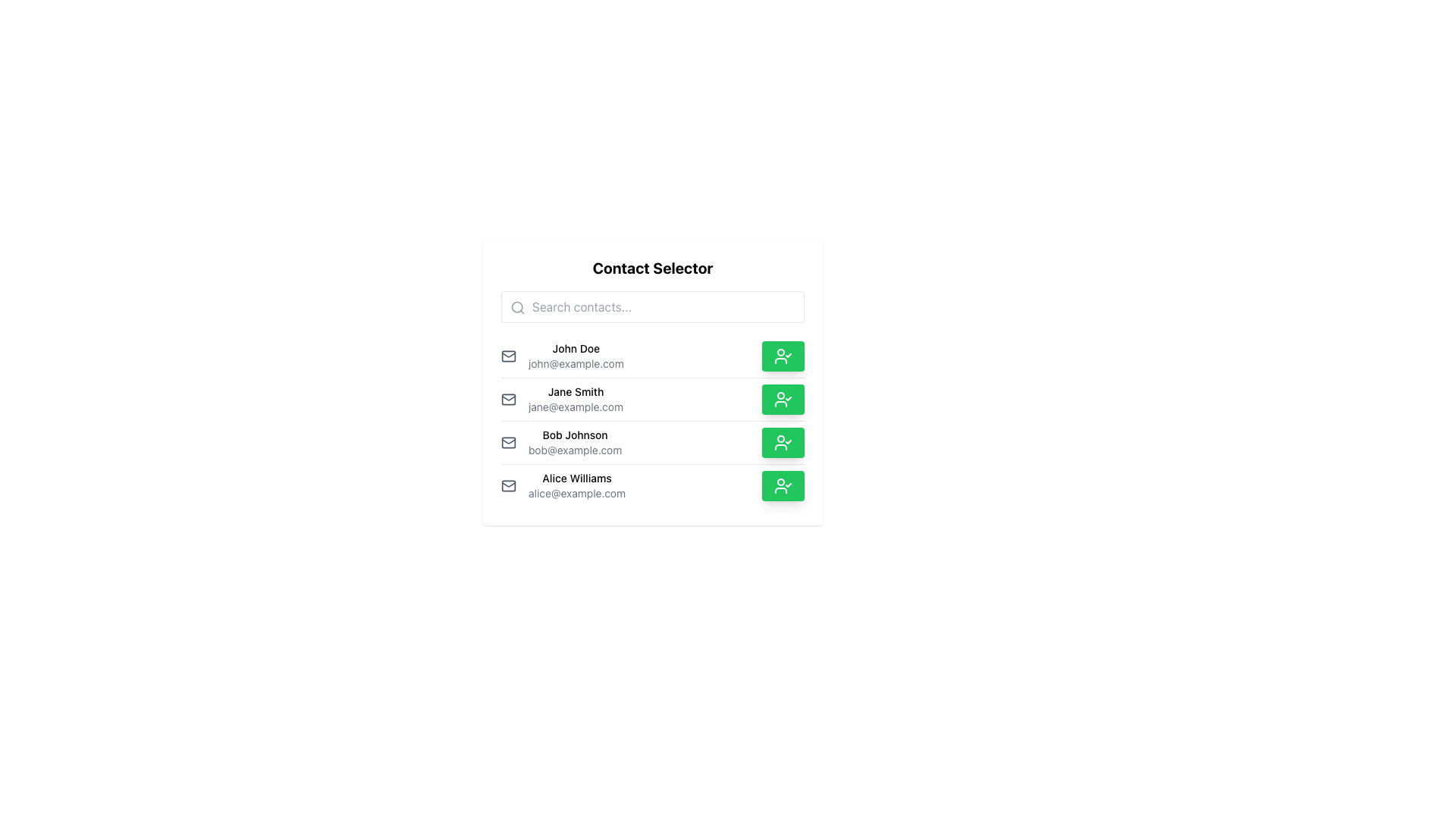 Image resolution: width=1456 pixels, height=819 pixels. I want to click on the text label displaying 'Alice Williams' which is part of the contact selection interface and positioned above the email address 'alice@example.com', so click(576, 479).